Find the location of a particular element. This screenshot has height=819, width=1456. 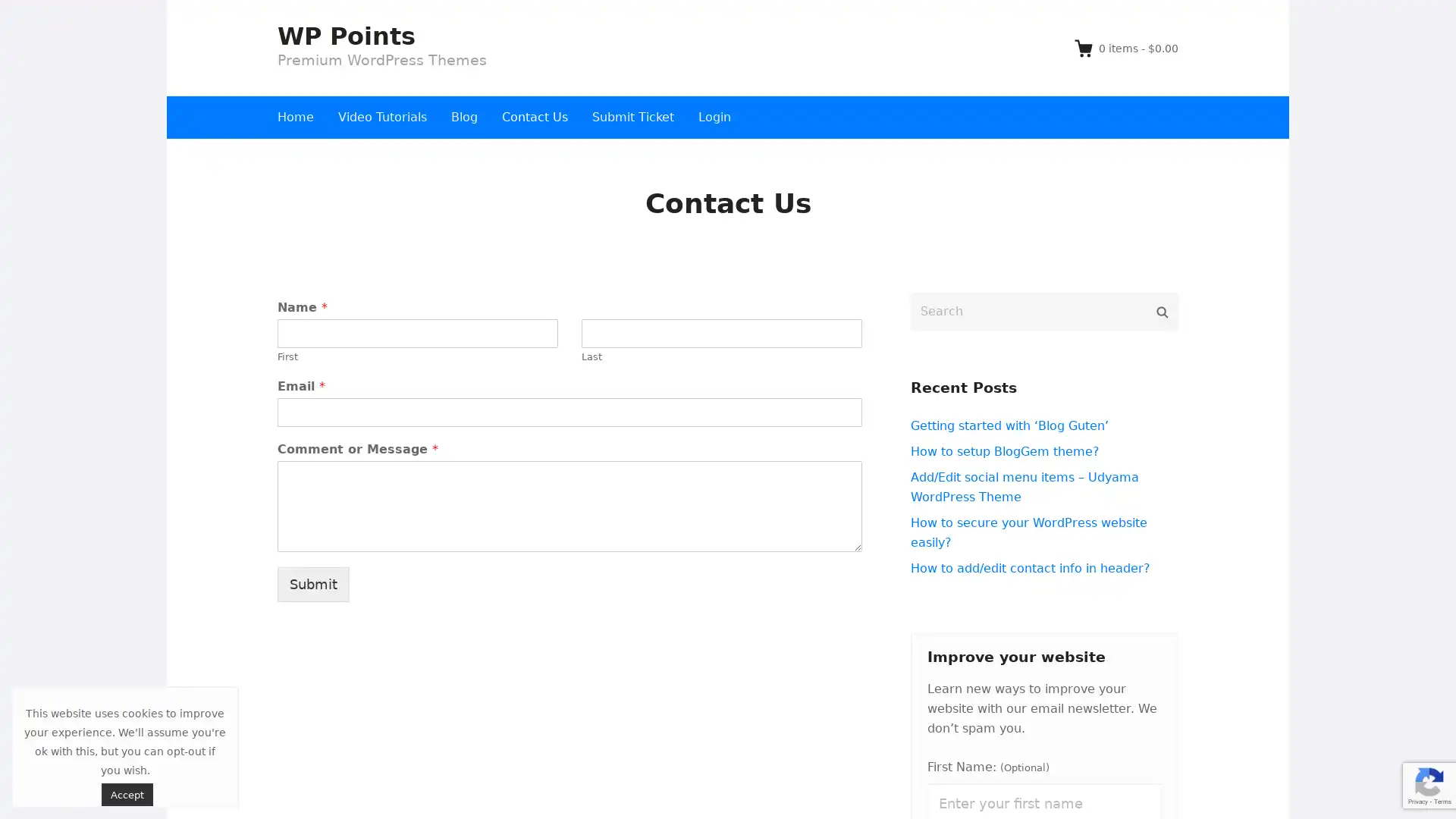

Submit is located at coordinates (312, 583).